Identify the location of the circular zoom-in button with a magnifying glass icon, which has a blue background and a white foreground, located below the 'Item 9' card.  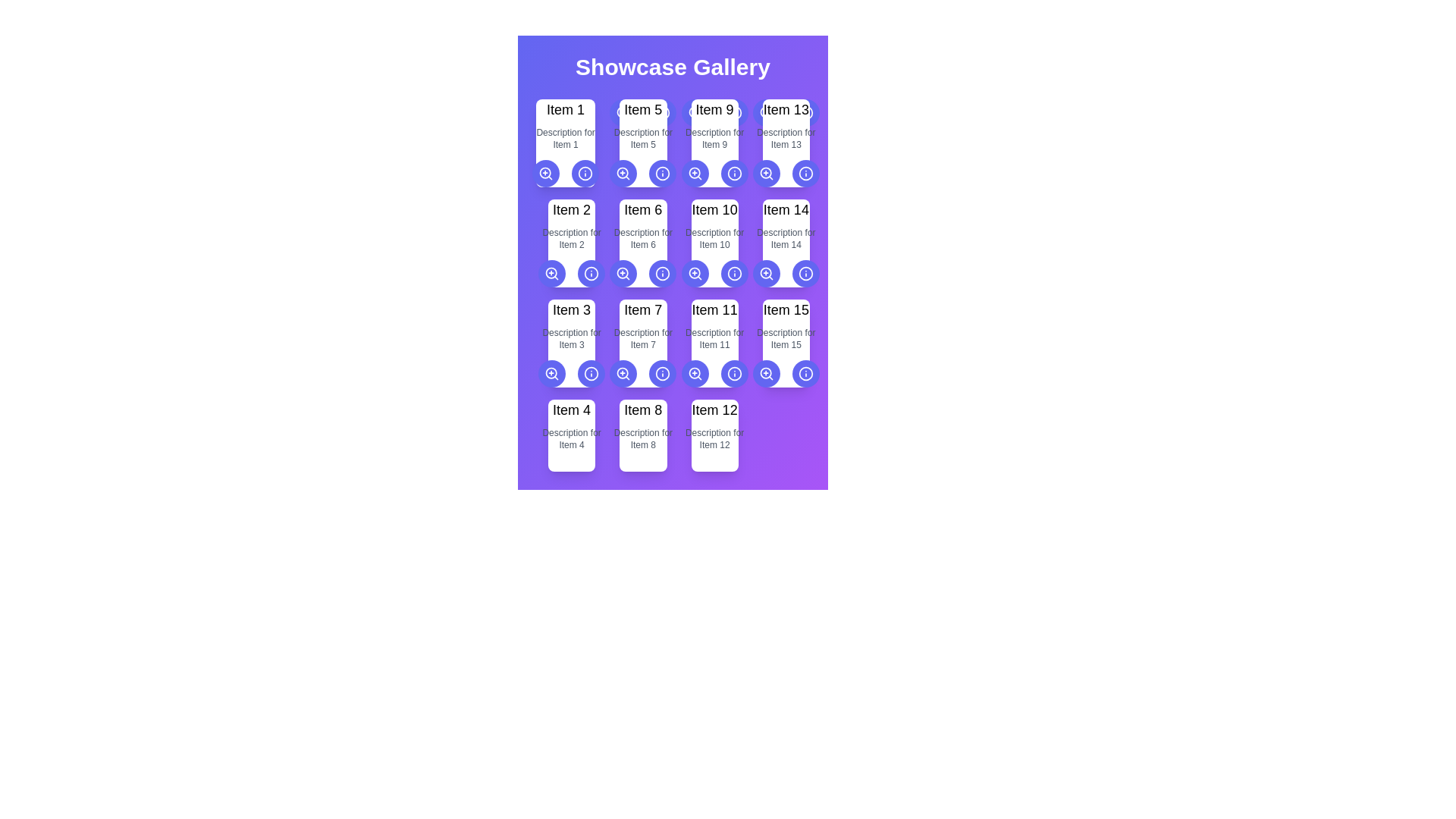
(694, 172).